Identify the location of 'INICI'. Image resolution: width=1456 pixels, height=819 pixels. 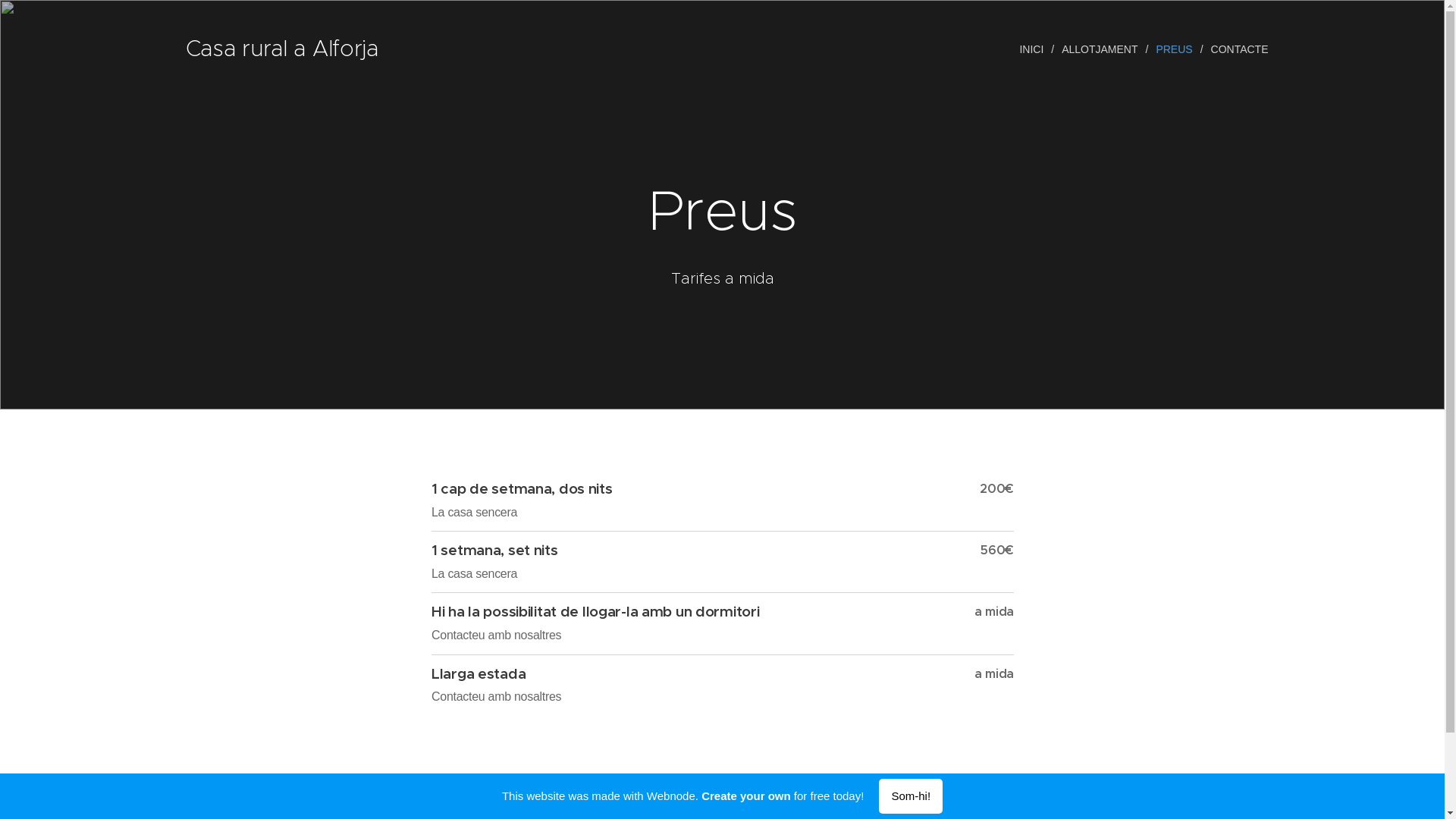
(1034, 49).